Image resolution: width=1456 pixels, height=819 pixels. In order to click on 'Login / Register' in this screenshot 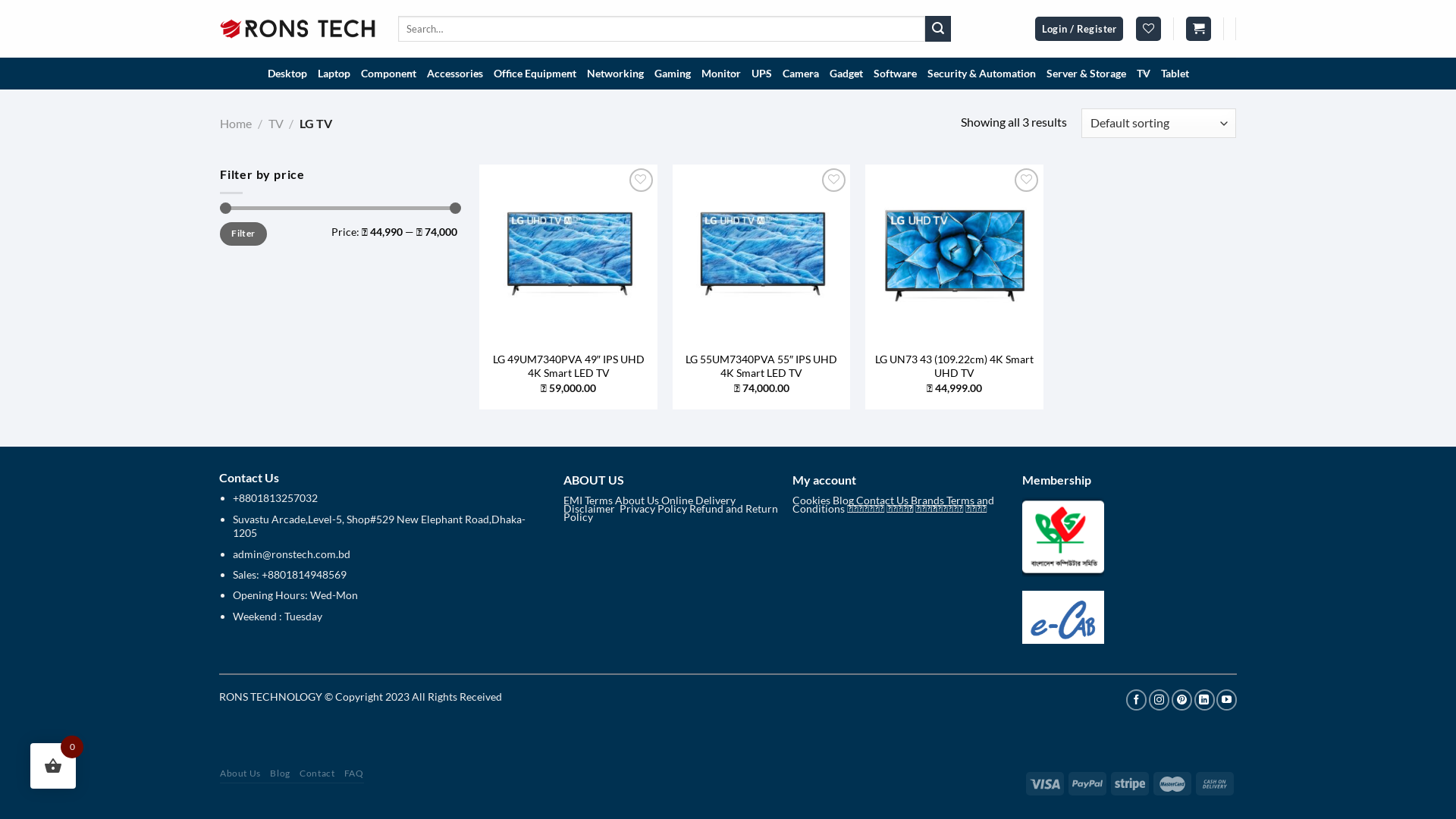, I will do `click(1078, 29)`.